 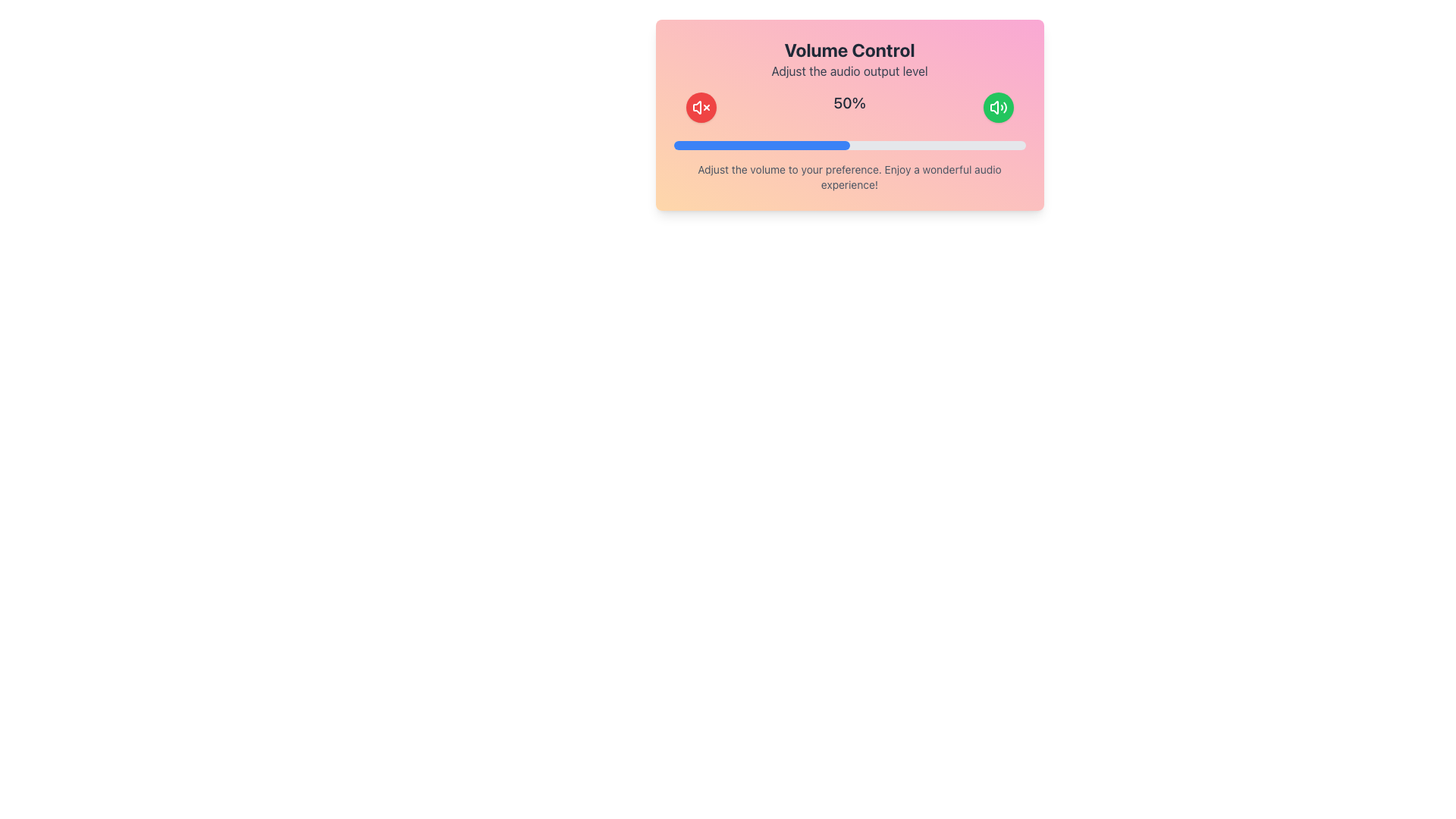 What do you see at coordinates (849, 71) in the screenshot?
I see `the text label that reads 'Adjust the audio output level', which is styled in gray font and positioned below the 'Volume Control' header` at bounding box center [849, 71].